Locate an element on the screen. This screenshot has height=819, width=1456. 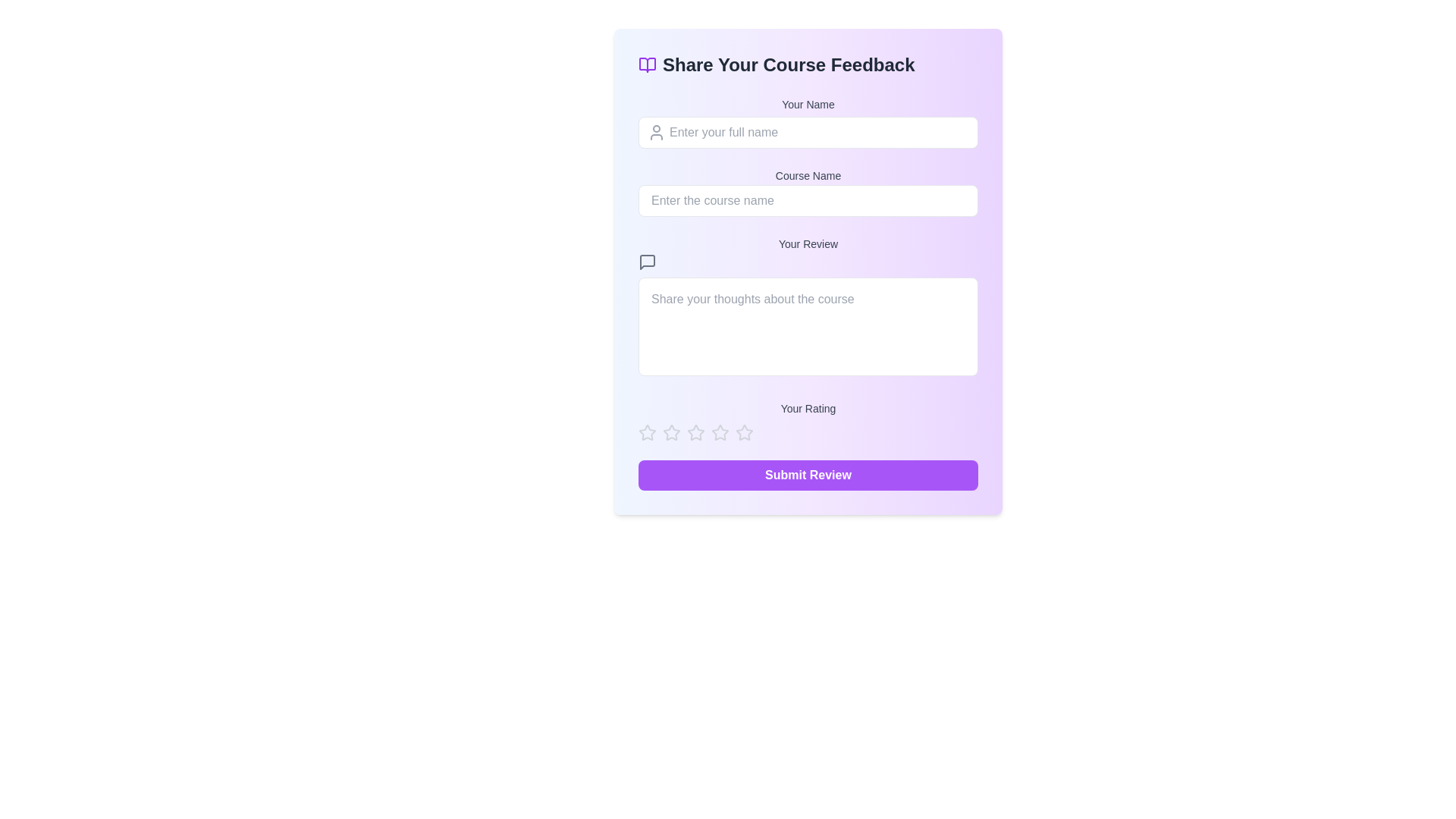
the first star icon in the 'Your Rating' section is located at coordinates (671, 432).